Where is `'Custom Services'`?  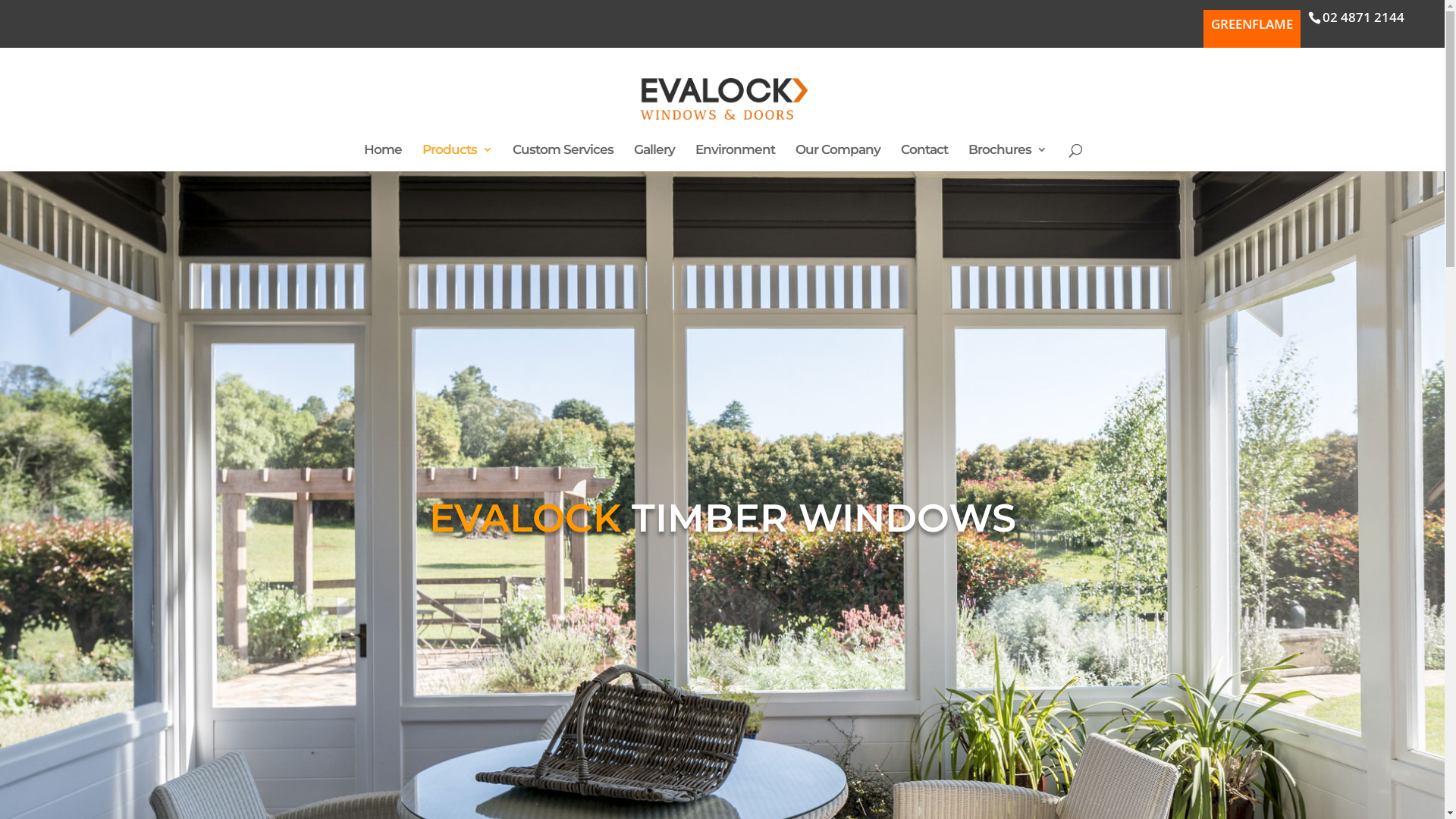 'Custom Services' is located at coordinates (562, 158).